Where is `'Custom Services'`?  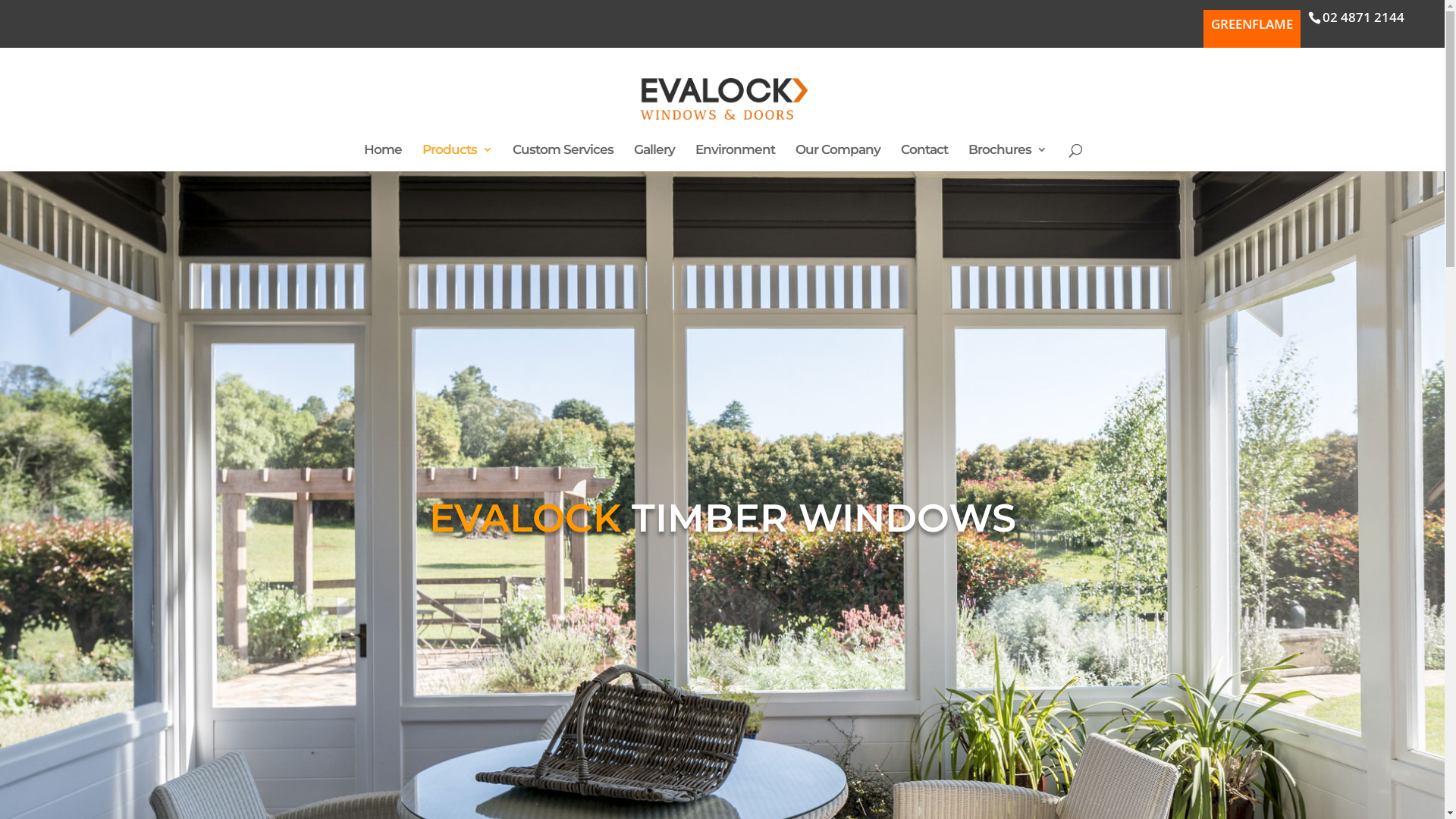 'Custom Services' is located at coordinates (562, 158).